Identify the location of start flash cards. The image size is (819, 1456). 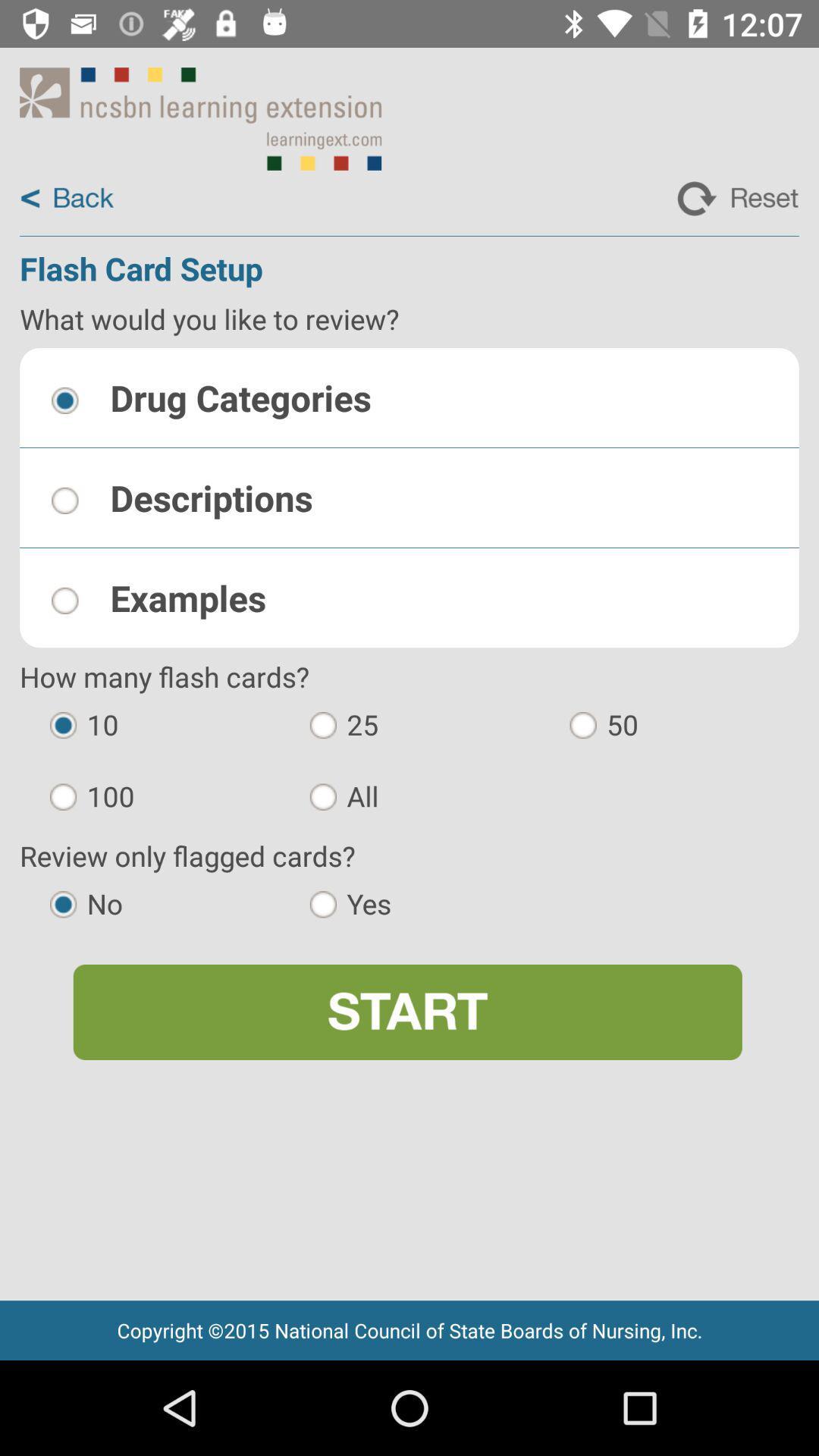
(406, 1012).